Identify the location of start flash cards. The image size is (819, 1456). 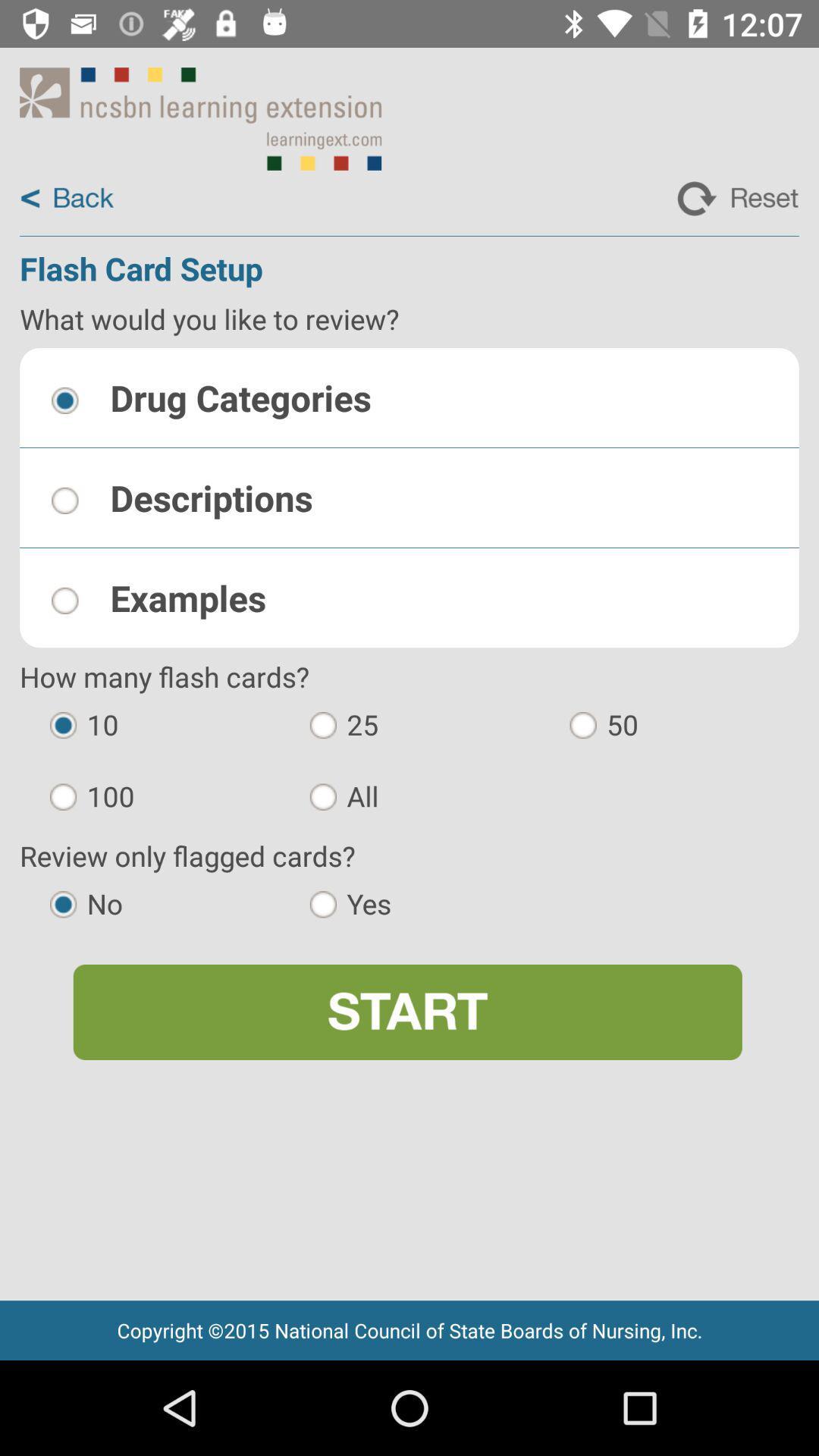
(406, 1012).